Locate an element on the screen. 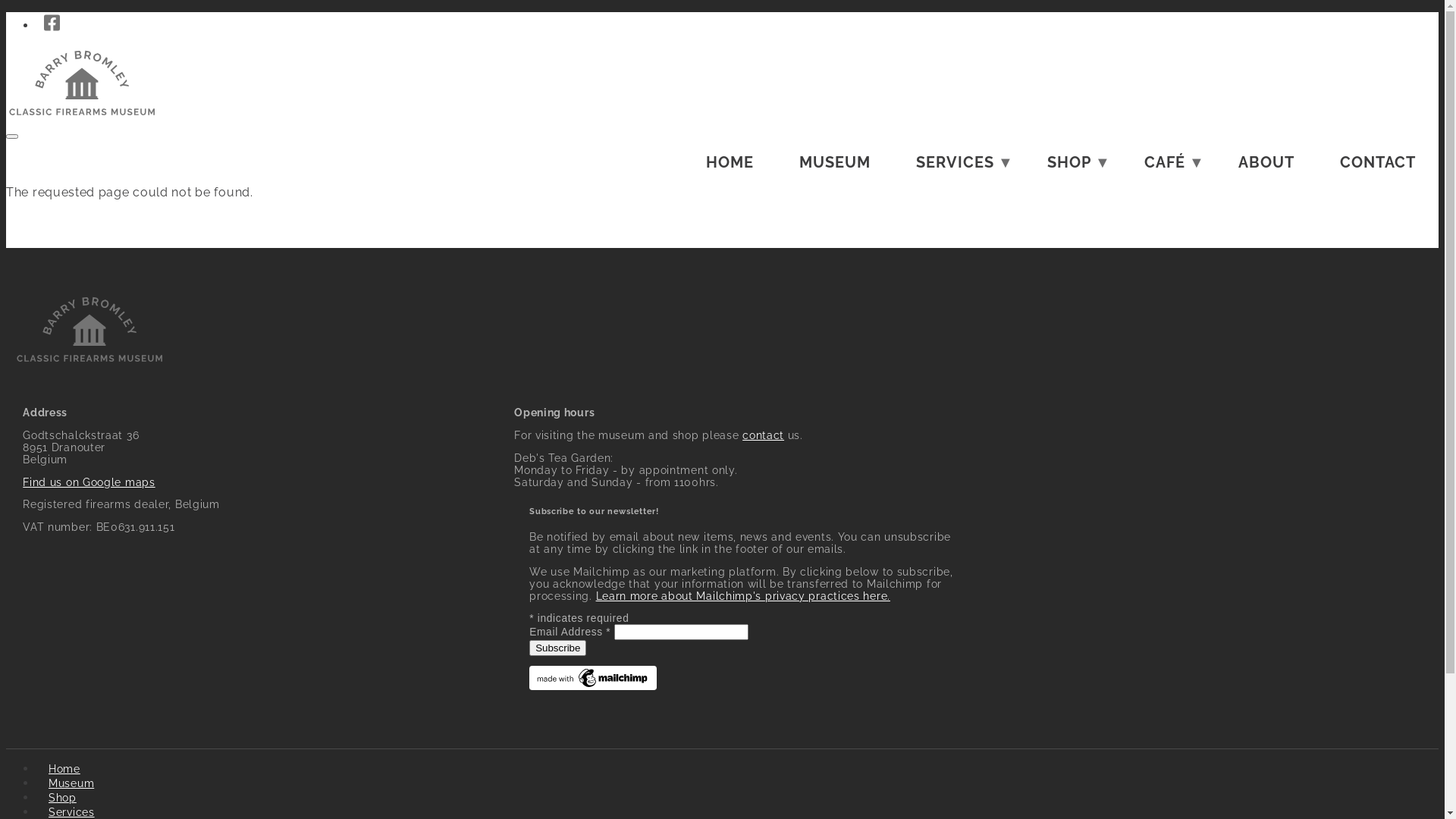  'Find us on Google maps' is located at coordinates (87, 482).